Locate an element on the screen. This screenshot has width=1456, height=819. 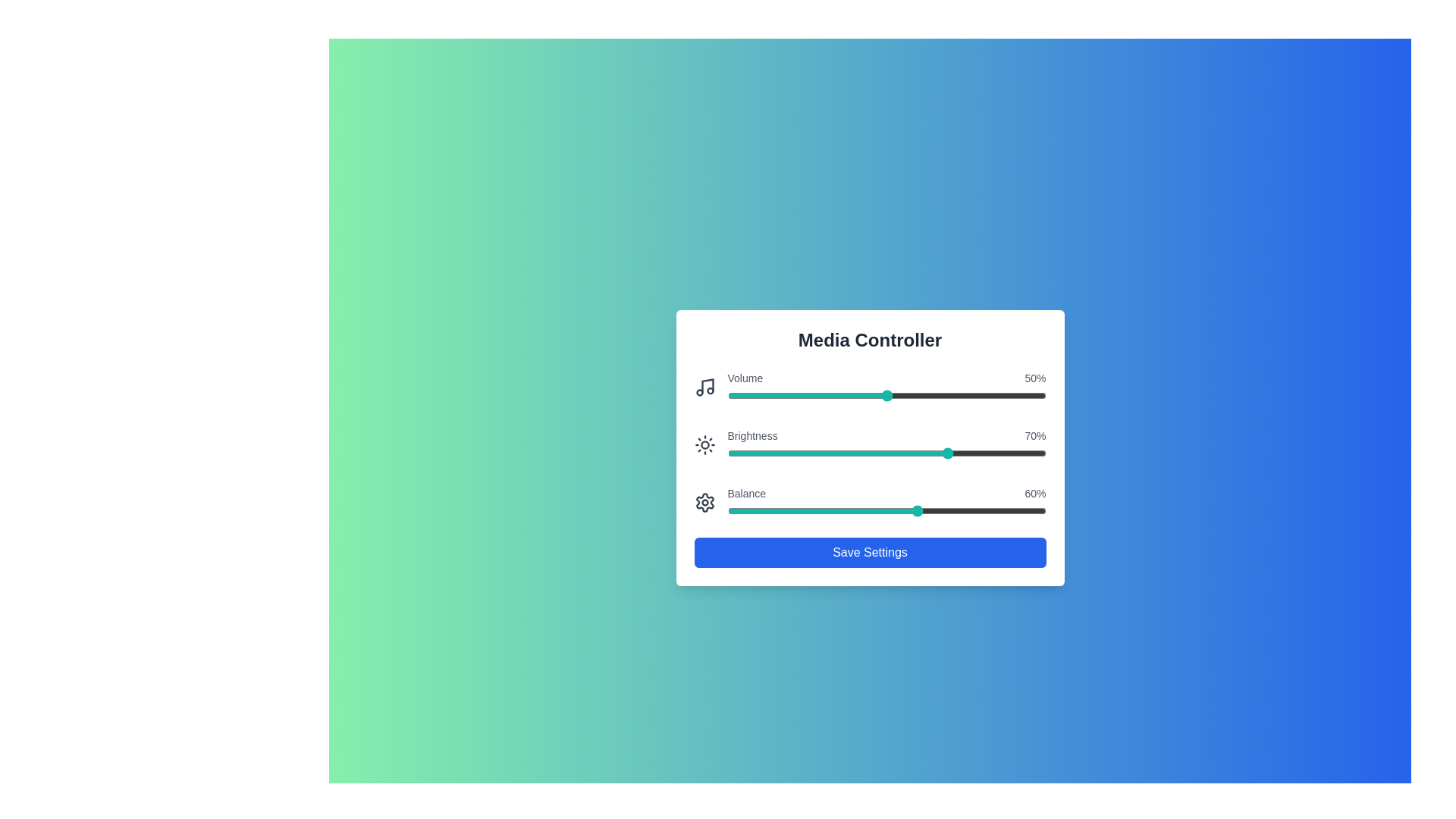
the balance slider handle to set the balance to 28% is located at coordinates (816, 511).